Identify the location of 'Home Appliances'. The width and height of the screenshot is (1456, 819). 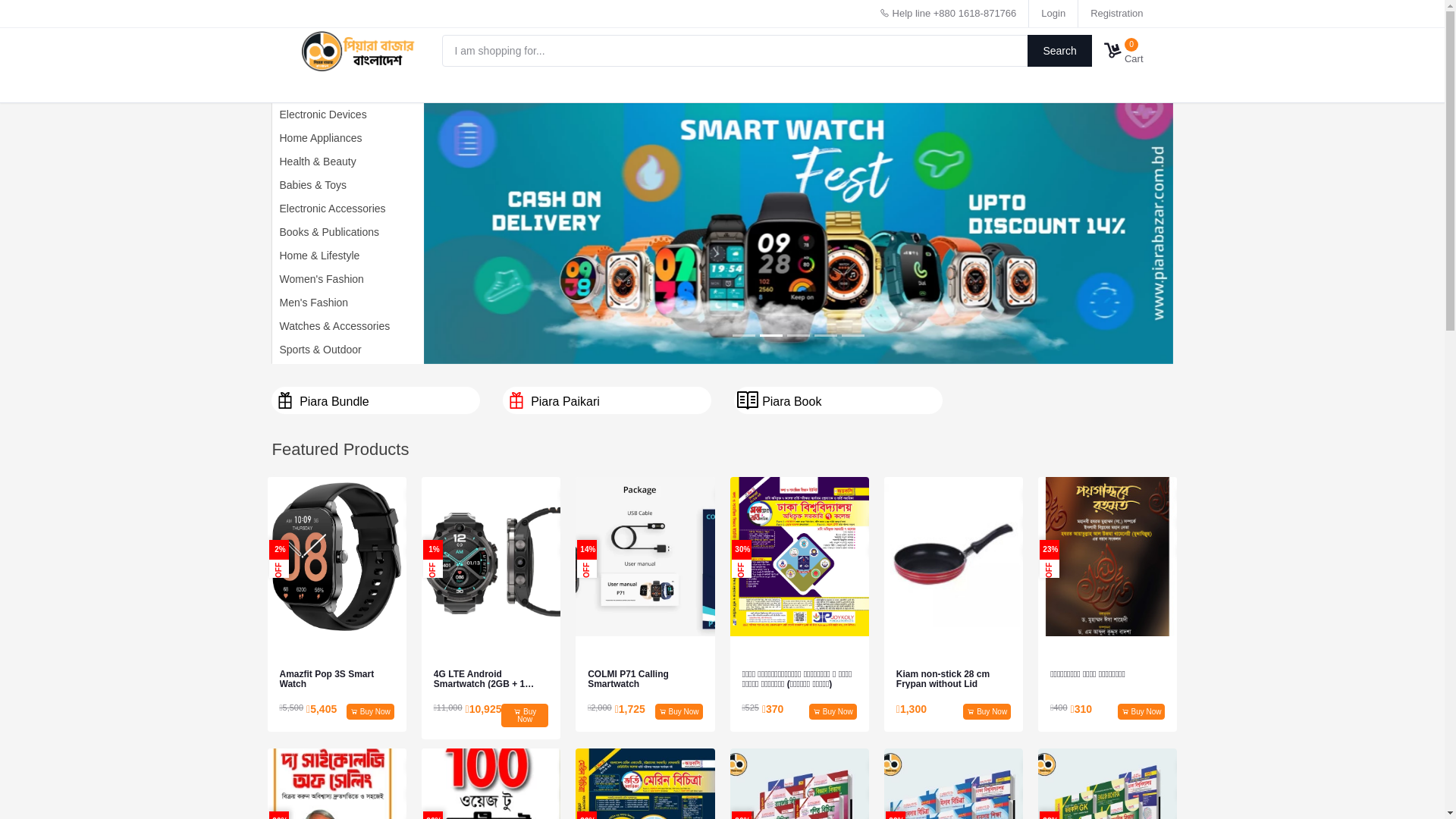
(315, 137).